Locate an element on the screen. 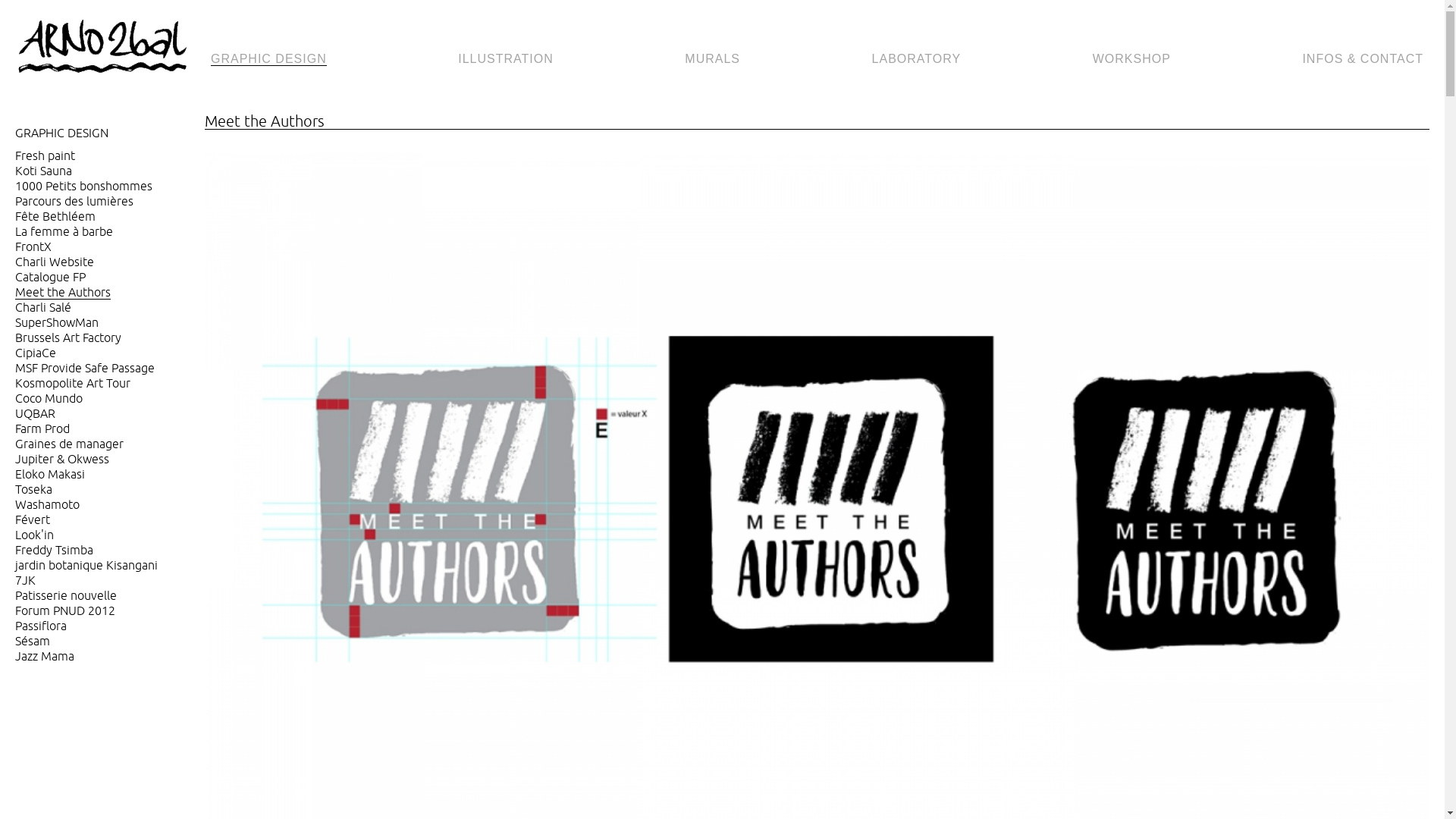  'Brussels Art Factory' is located at coordinates (67, 337).